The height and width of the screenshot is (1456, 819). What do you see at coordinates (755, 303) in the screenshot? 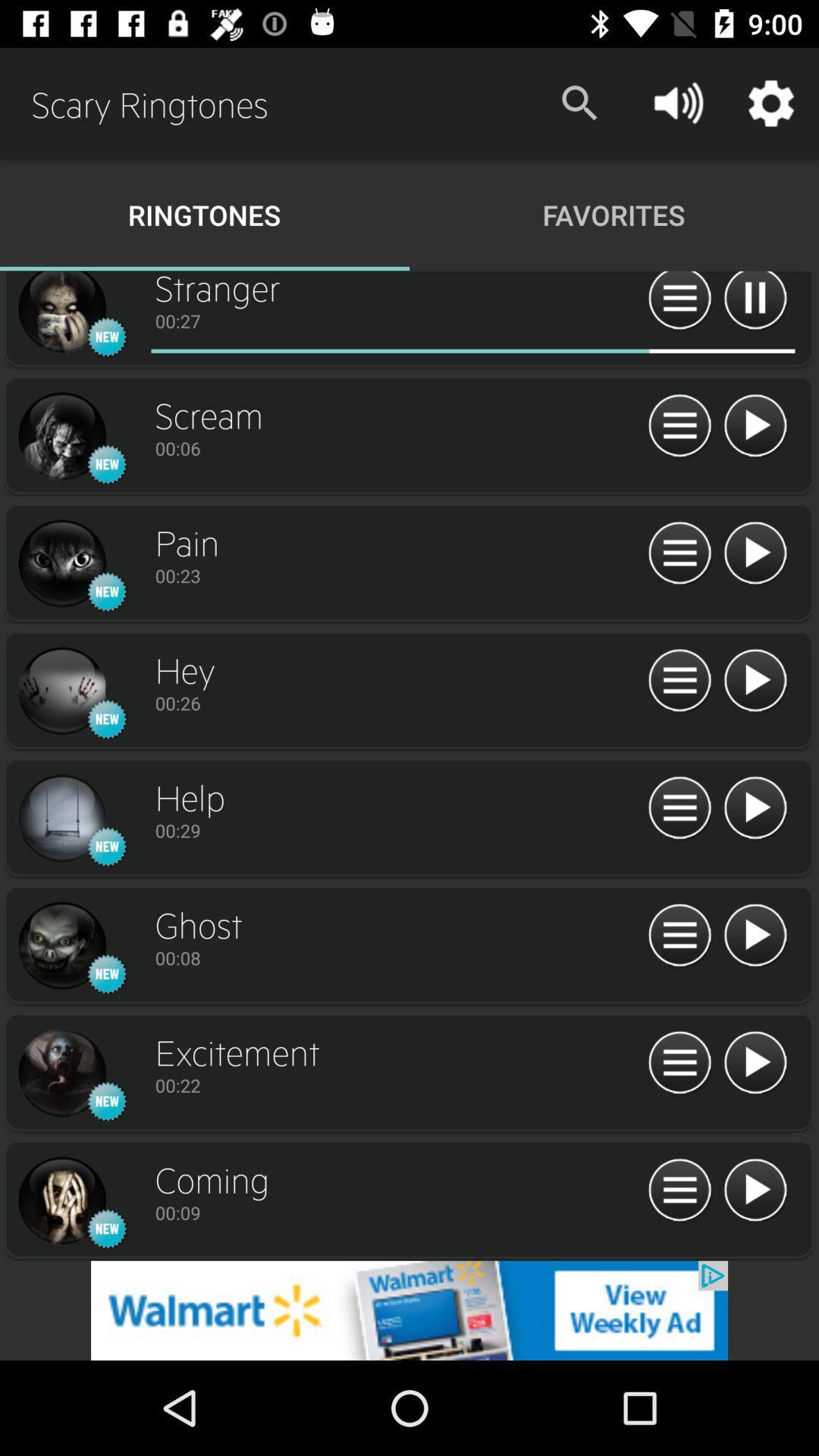
I see `pause` at bounding box center [755, 303].